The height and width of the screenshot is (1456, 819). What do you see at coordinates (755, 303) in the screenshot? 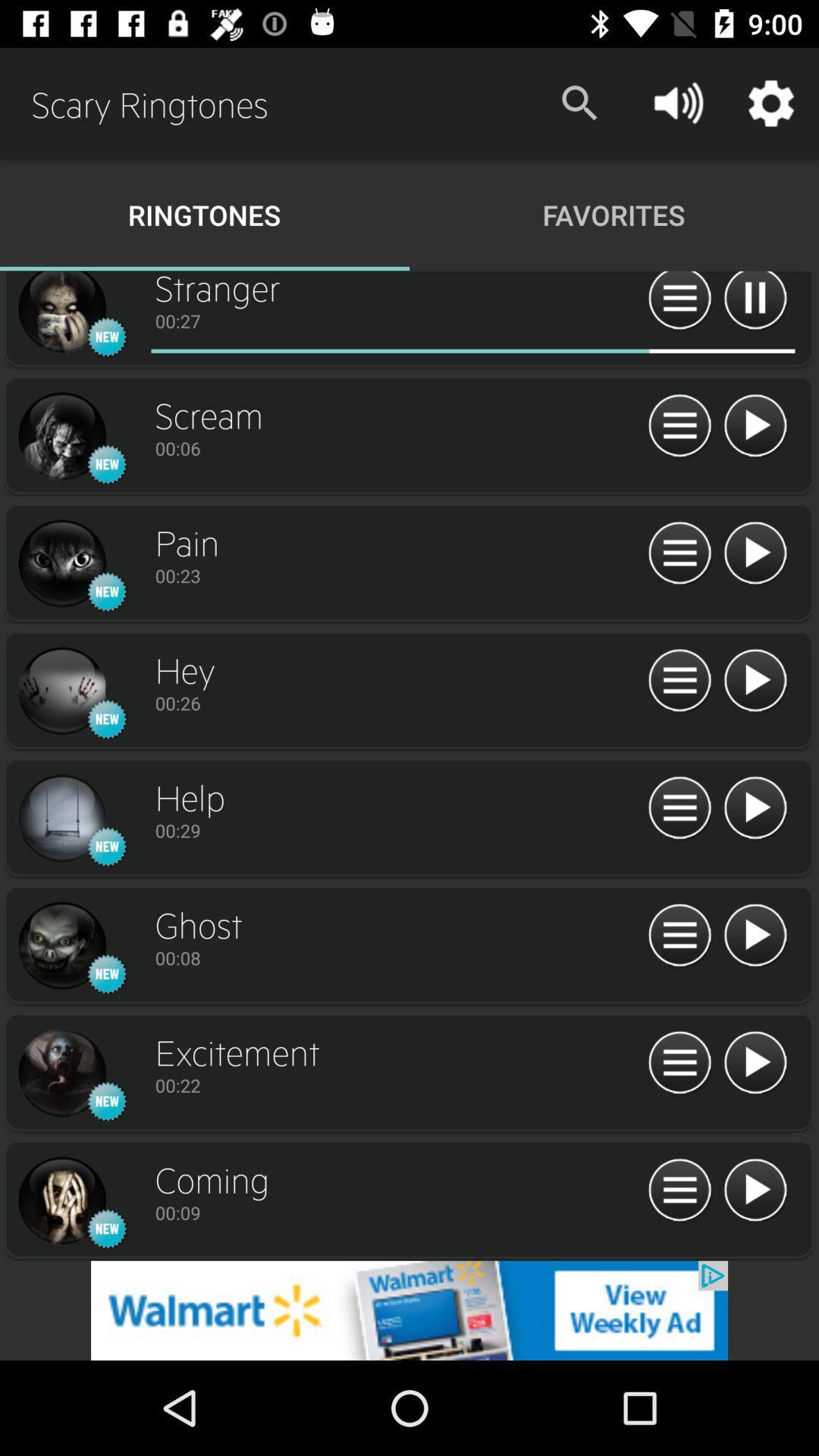
I see `pause` at bounding box center [755, 303].